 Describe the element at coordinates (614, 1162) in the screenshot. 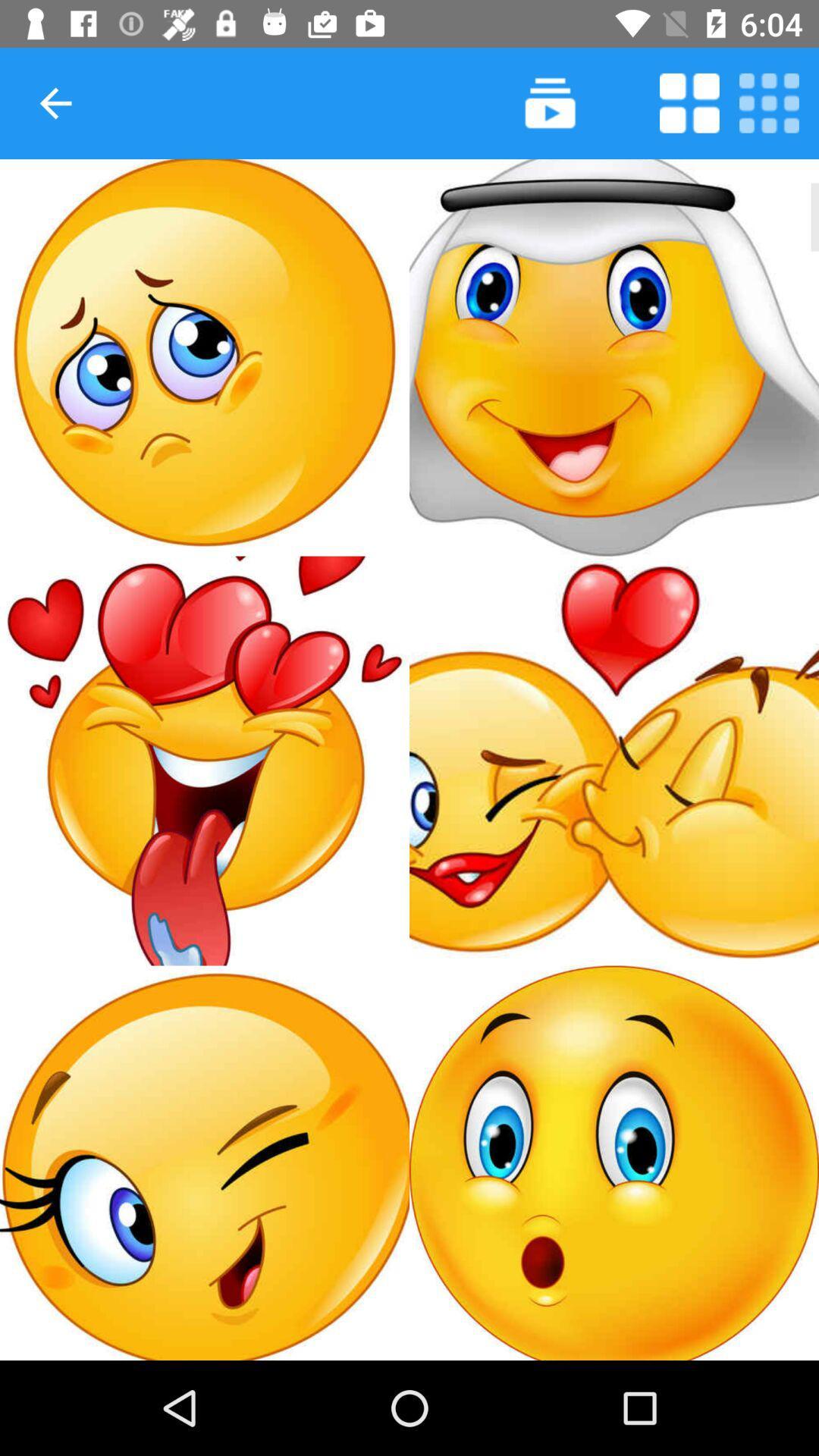

I see `choose surprised emoji` at that location.